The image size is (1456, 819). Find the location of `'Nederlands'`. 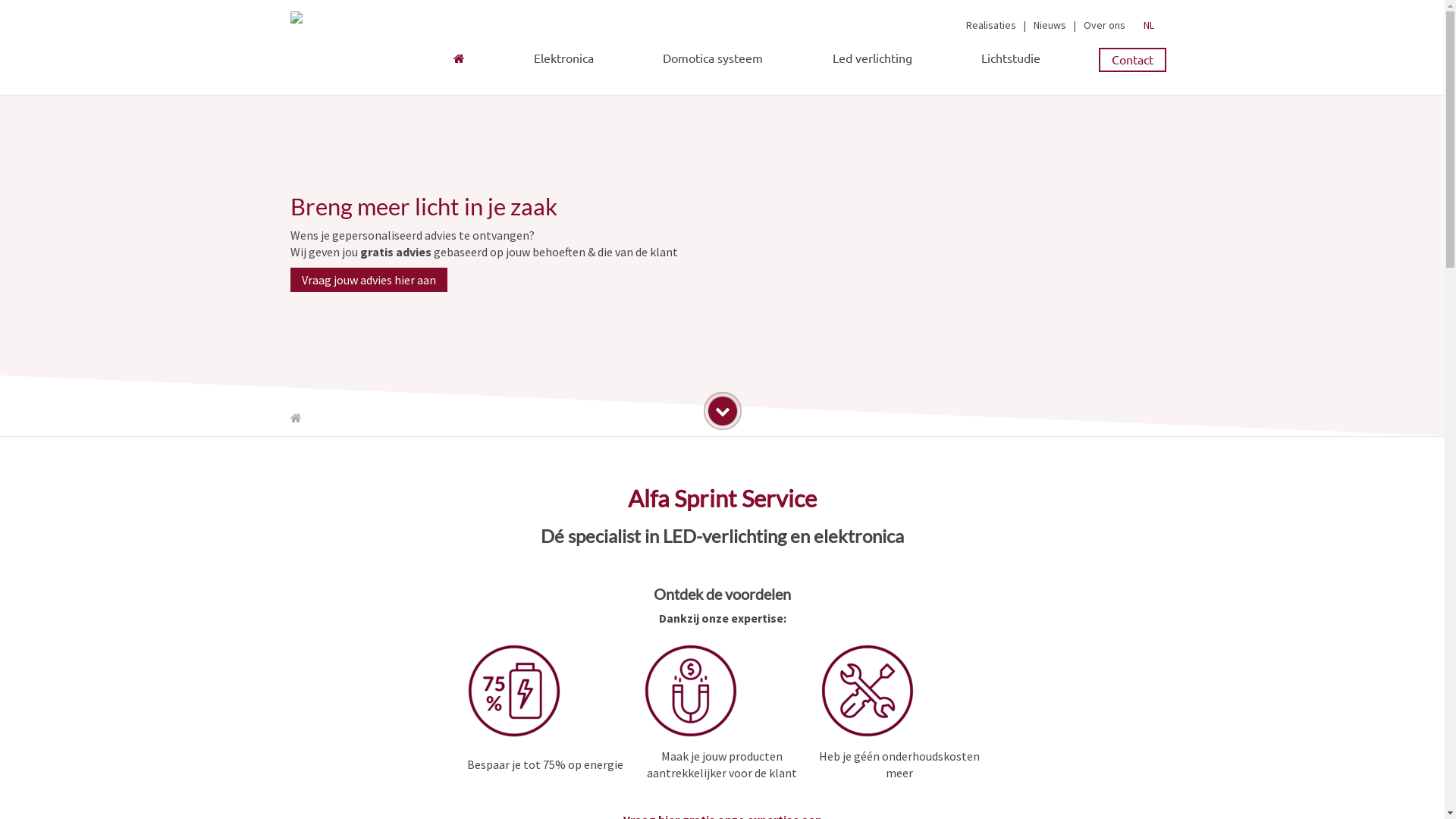

'Nederlands' is located at coordinates (1140, 25).